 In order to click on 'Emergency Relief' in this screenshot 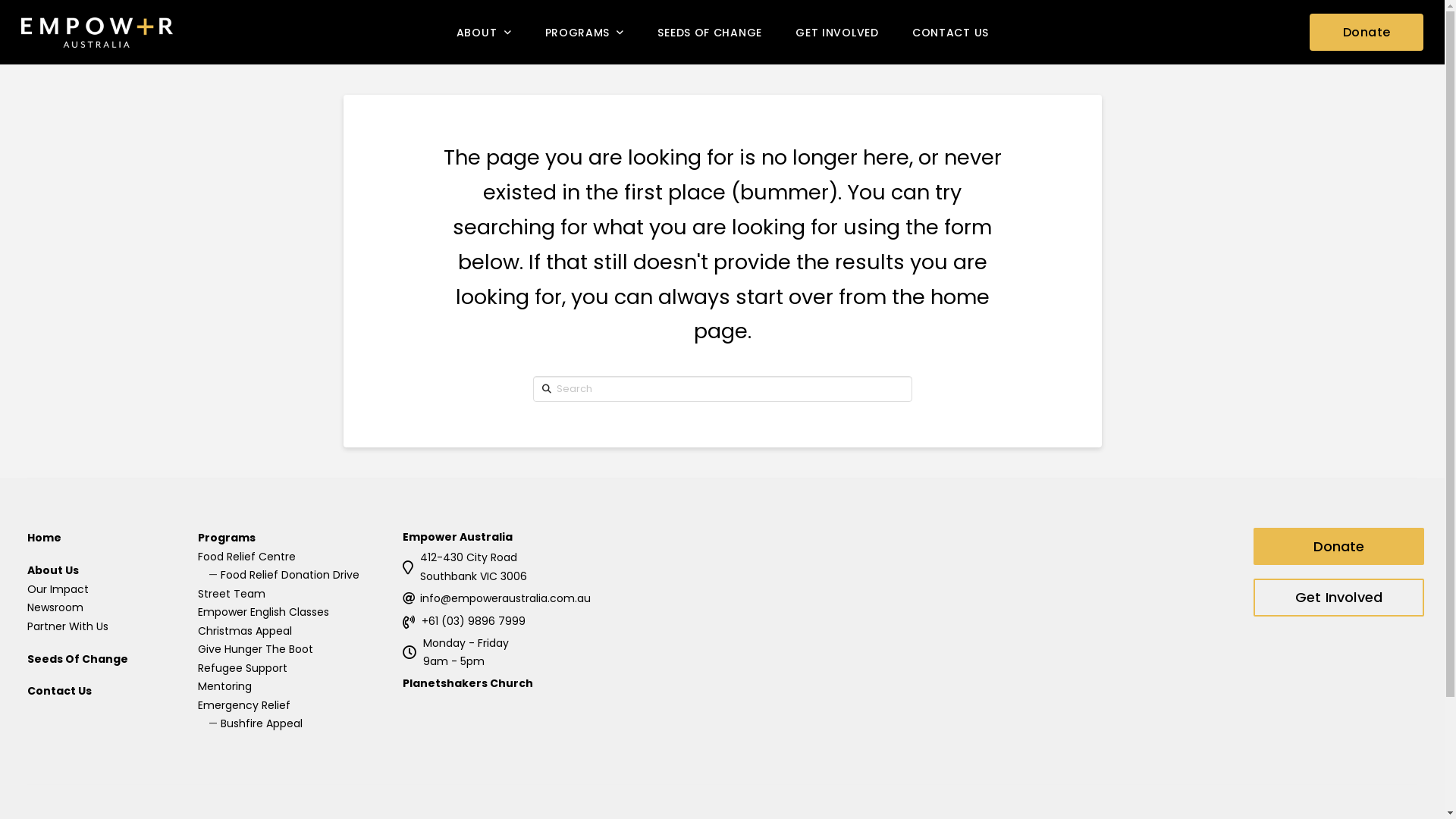, I will do `click(243, 704)`.